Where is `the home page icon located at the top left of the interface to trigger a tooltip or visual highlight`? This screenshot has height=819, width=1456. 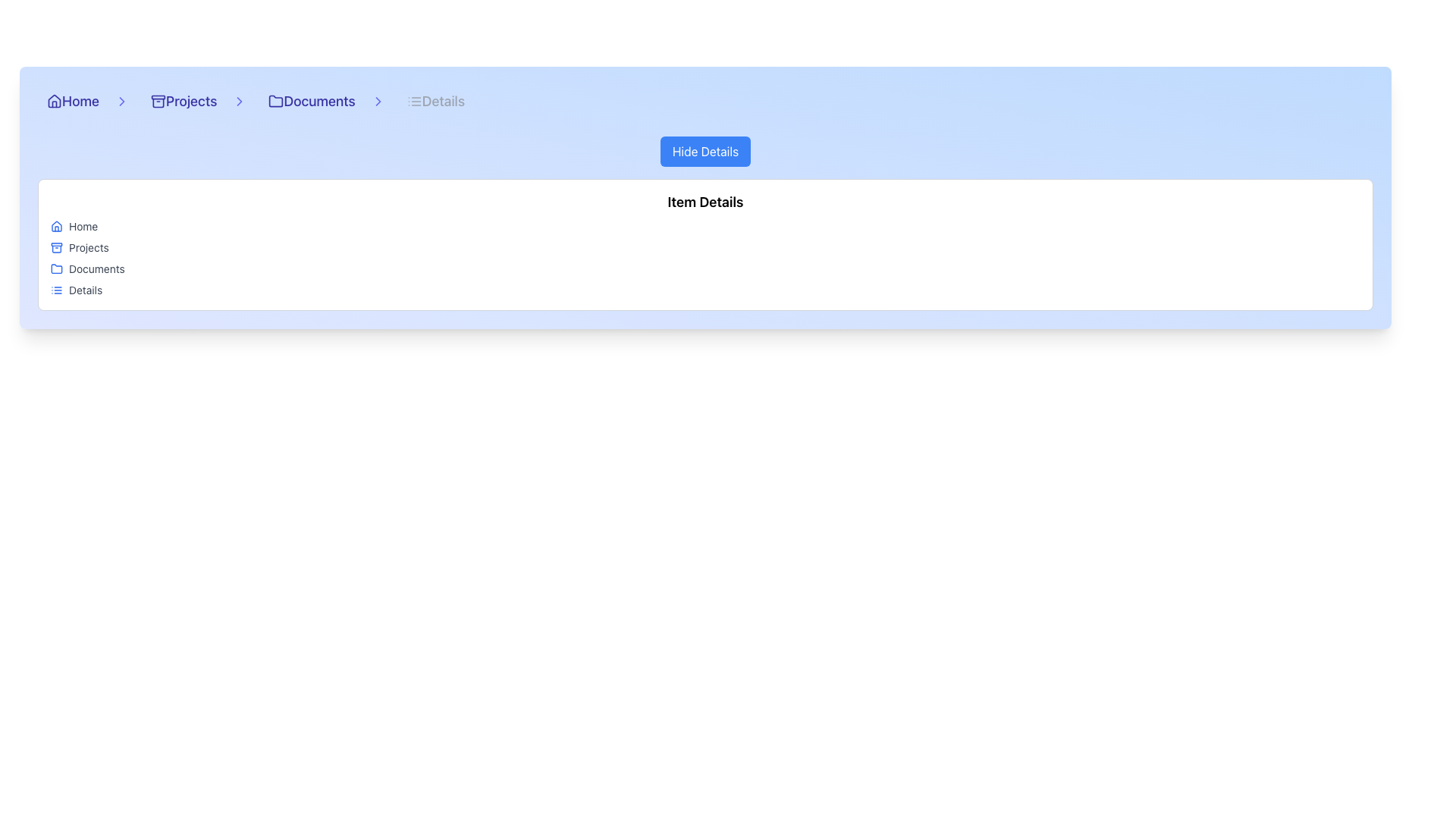 the home page icon located at the top left of the interface to trigger a tooltip or visual highlight is located at coordinates (55, 100).